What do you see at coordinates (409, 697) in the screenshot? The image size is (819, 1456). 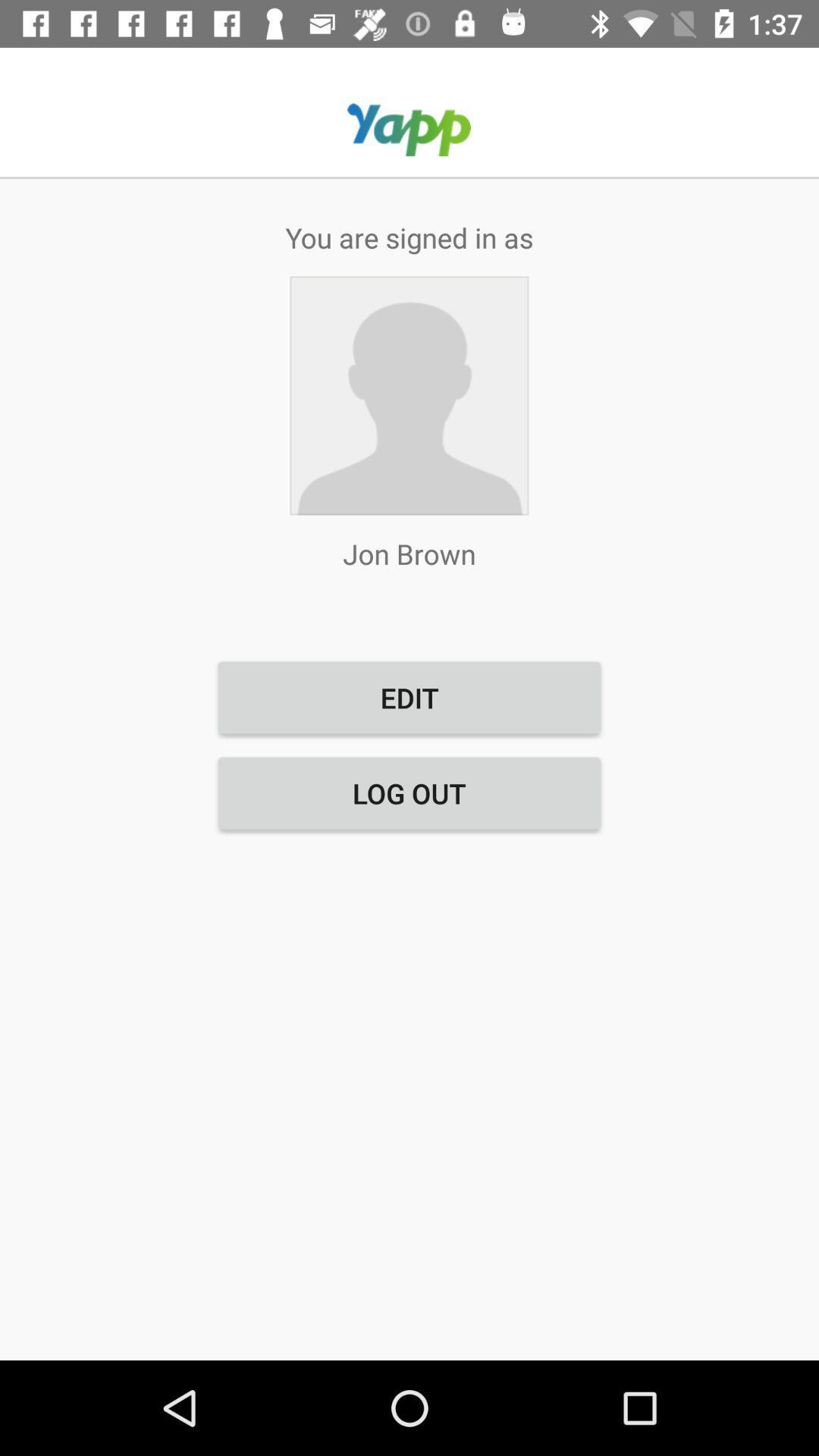 I see `the item above log out button` at bounding box center [409, 697].